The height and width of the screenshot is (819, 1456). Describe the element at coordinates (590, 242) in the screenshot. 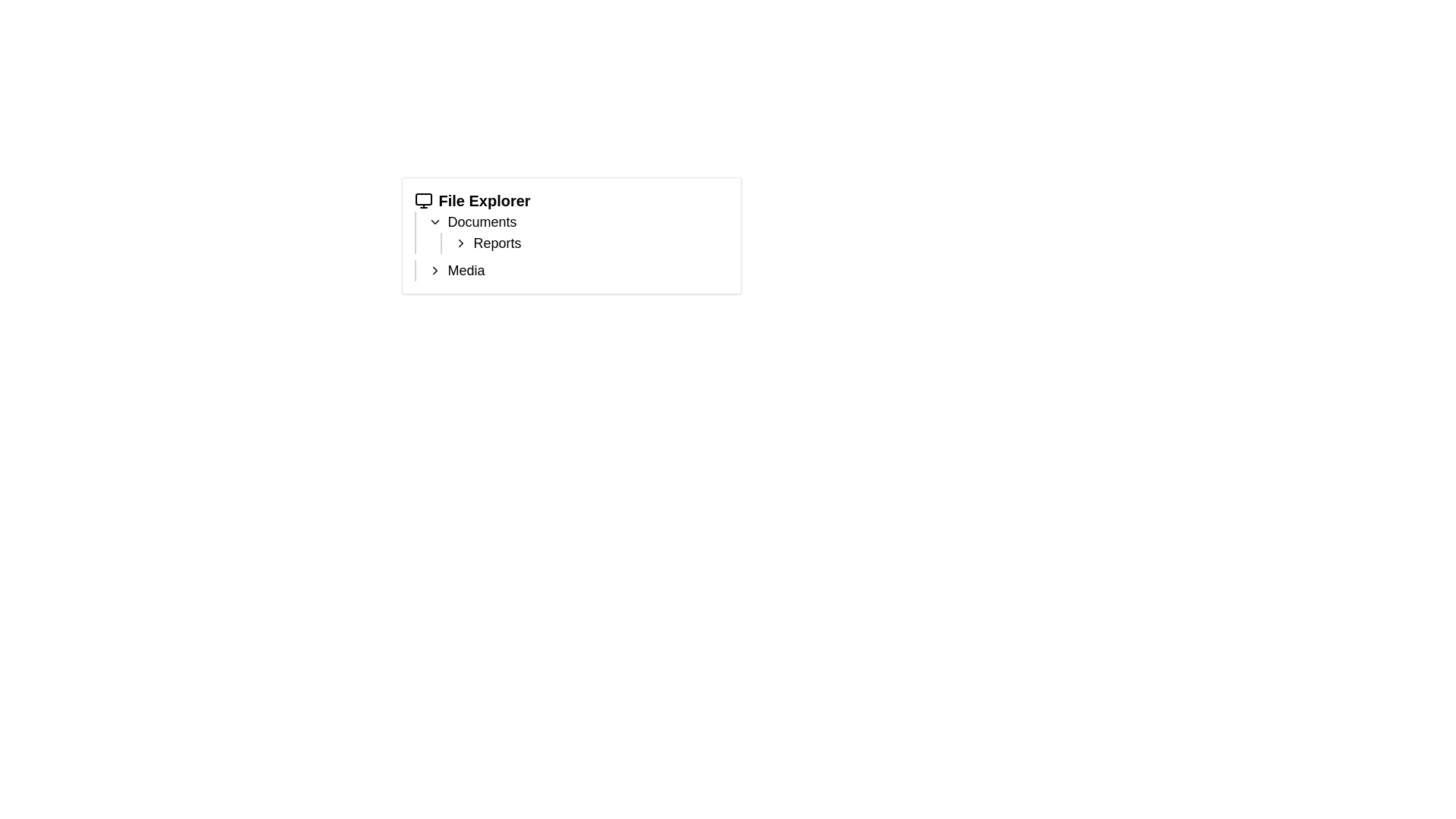

I see `the interactive link for 'Reports' located as the second item in the 'File Explorer' section, positioned below 'Documents' and above 'Media'` at that location.